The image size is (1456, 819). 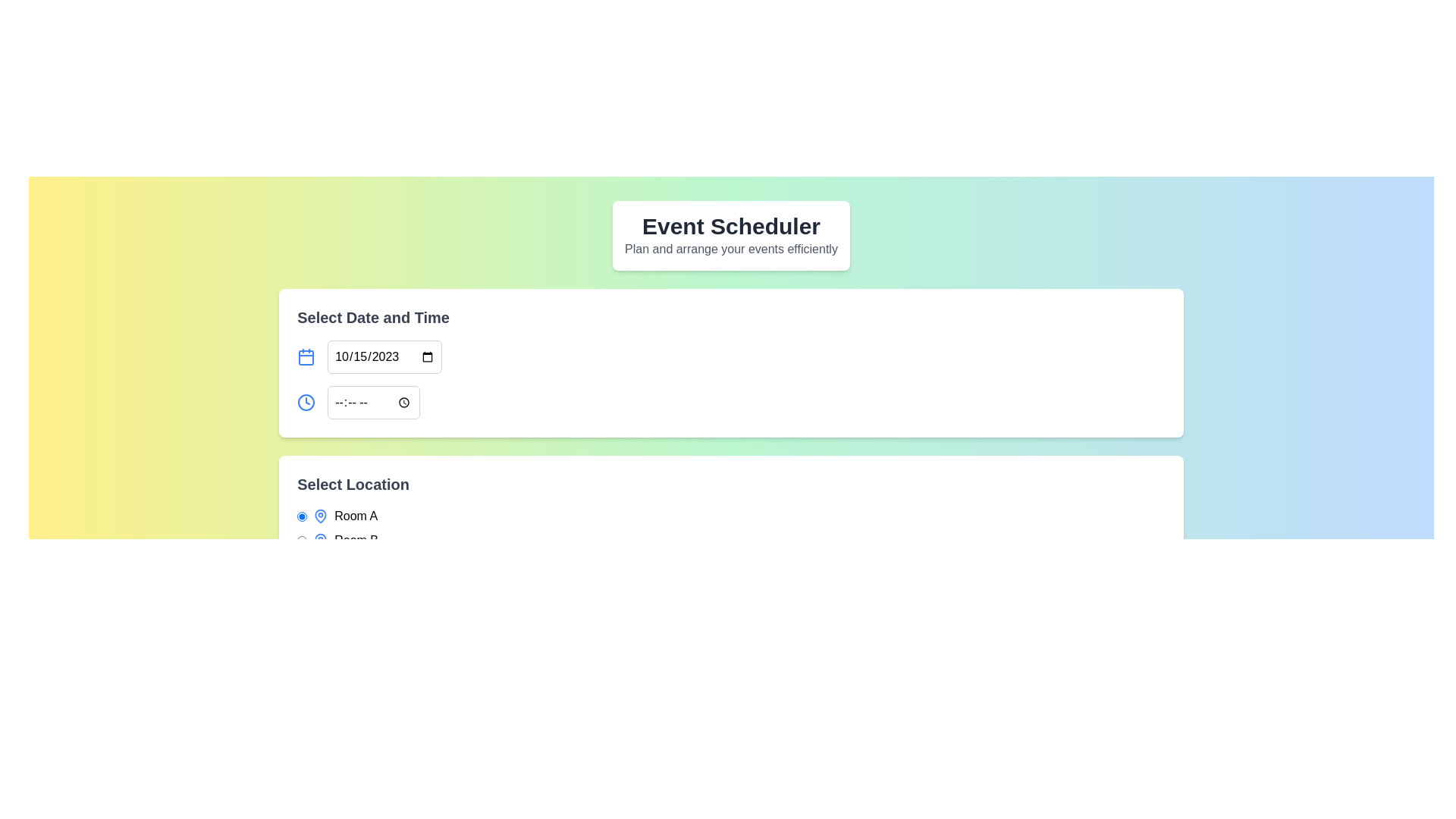 I want to click on a date using the visual date picker in the Date input field, which is initialized with the value '2023-10-15' and located between the blue and black calendar icons, so click(x=369, y=356).